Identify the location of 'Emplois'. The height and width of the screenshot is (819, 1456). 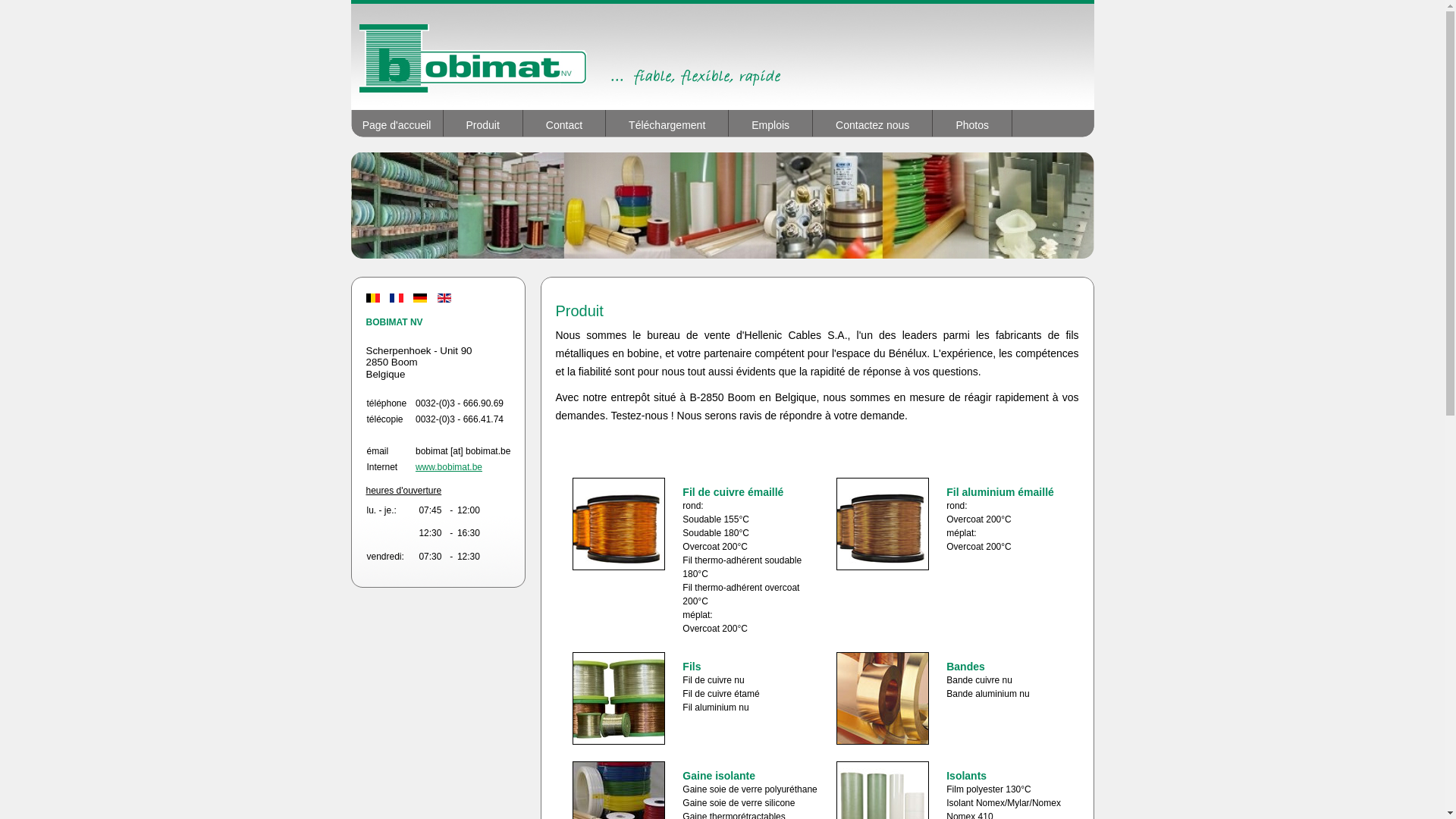
(770, 122).